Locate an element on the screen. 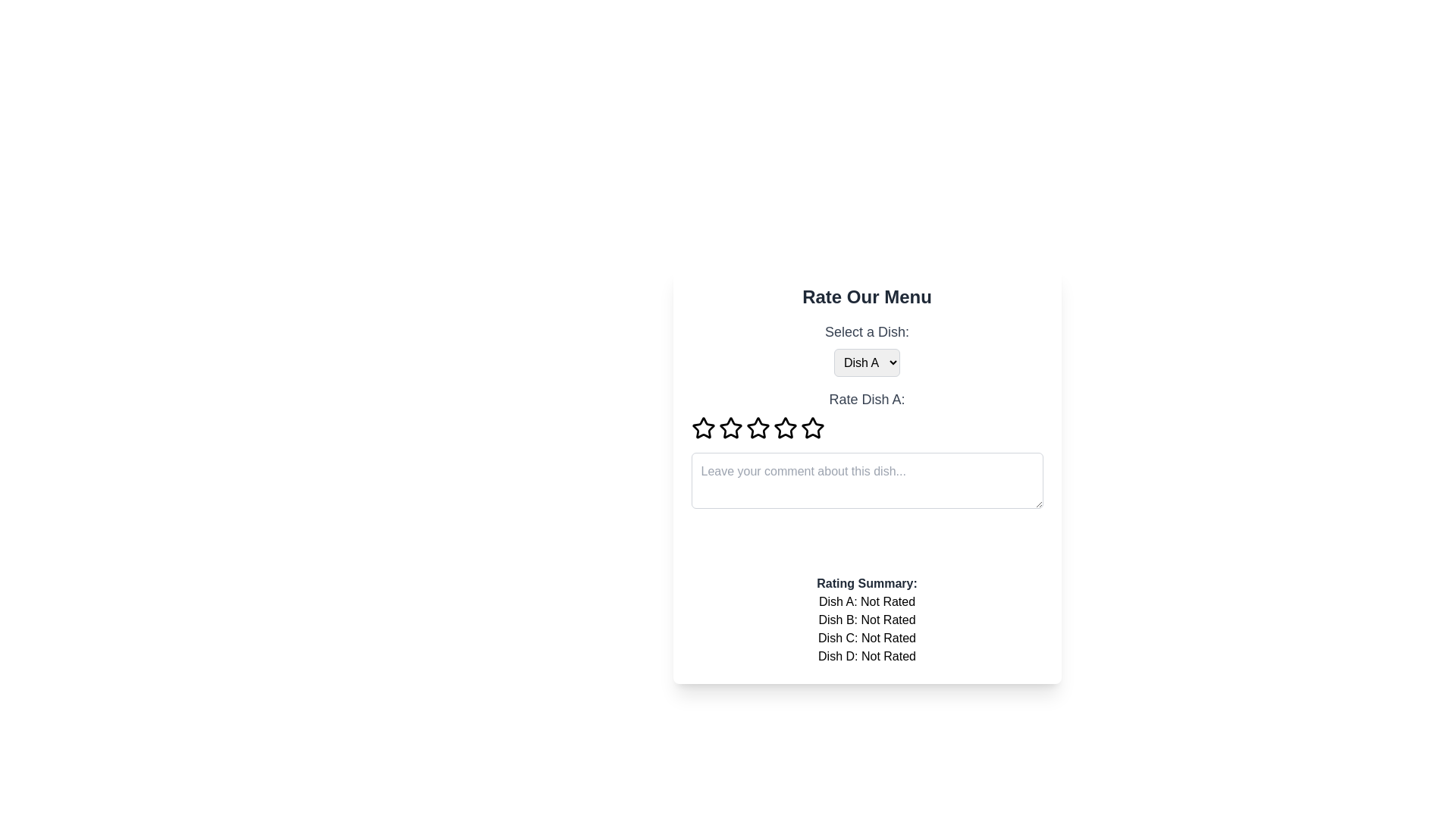  the text label that reads 'Dish A: Not Rated', which is positioned under the 'Rating Summary:' section and above 'Dish B: Not Rated' is located at coordinates (867, 601).